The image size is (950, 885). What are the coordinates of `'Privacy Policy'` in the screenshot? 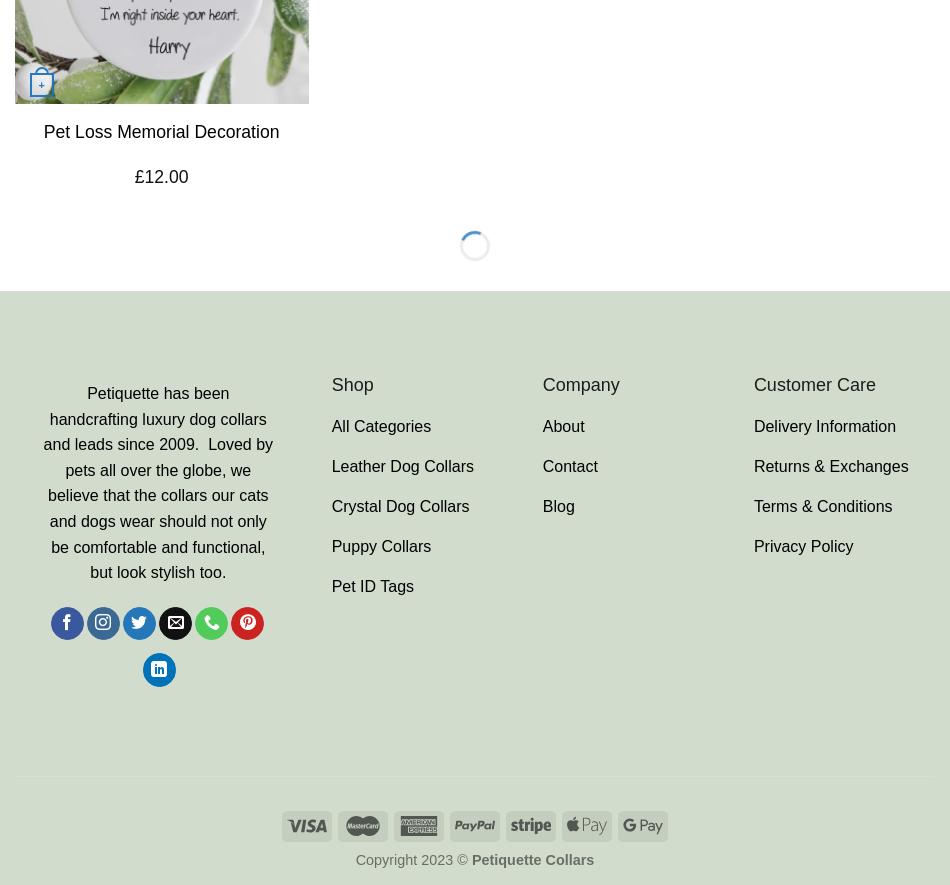 It's located at (751, 544).